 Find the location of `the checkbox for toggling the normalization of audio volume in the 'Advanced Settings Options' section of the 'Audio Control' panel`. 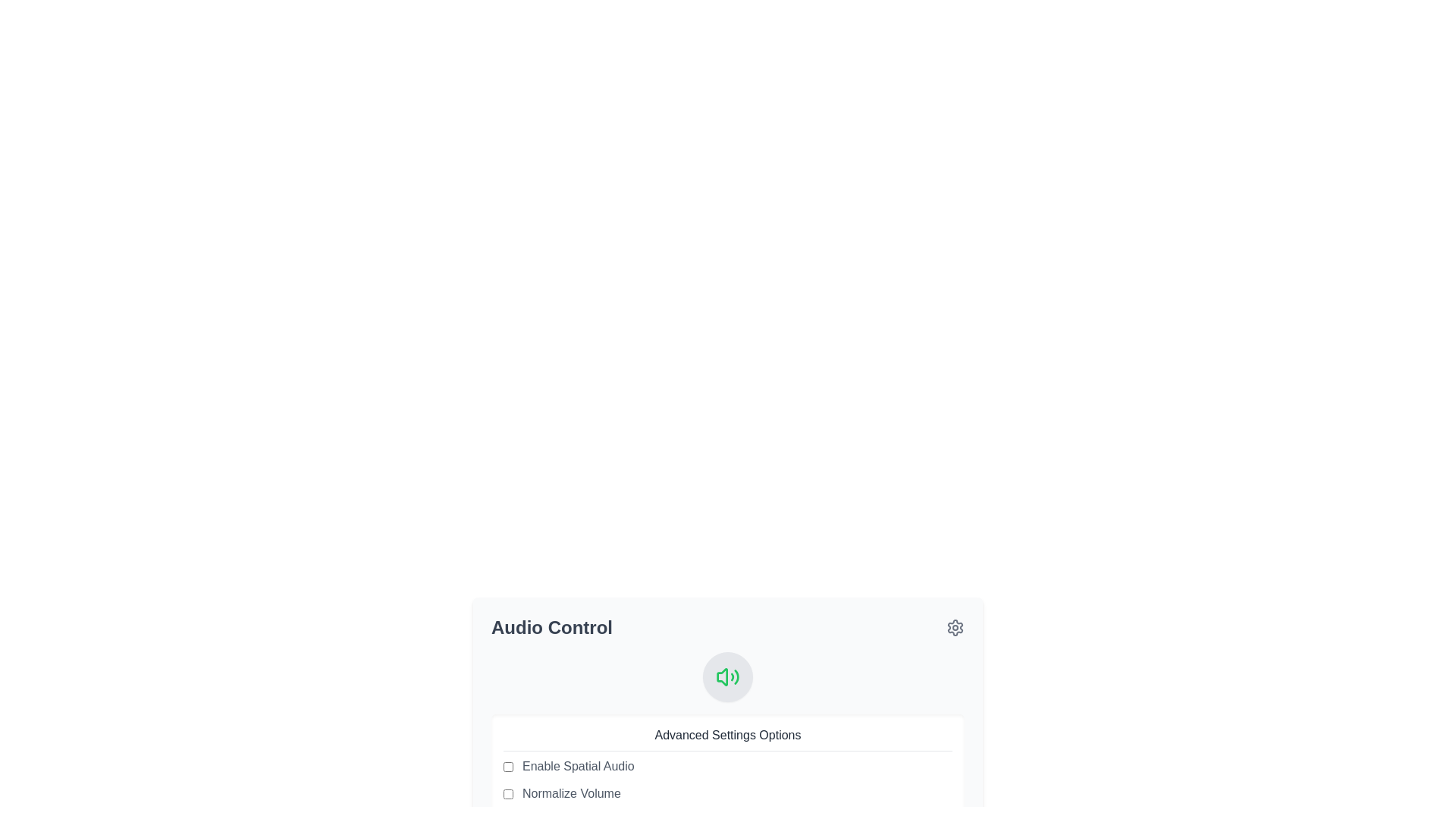

the checkbox for toggling the normalization of audio volume in the 'Advanced Settings Options' section of the 'Audio Control' panel is located at coordinates (728, 792).